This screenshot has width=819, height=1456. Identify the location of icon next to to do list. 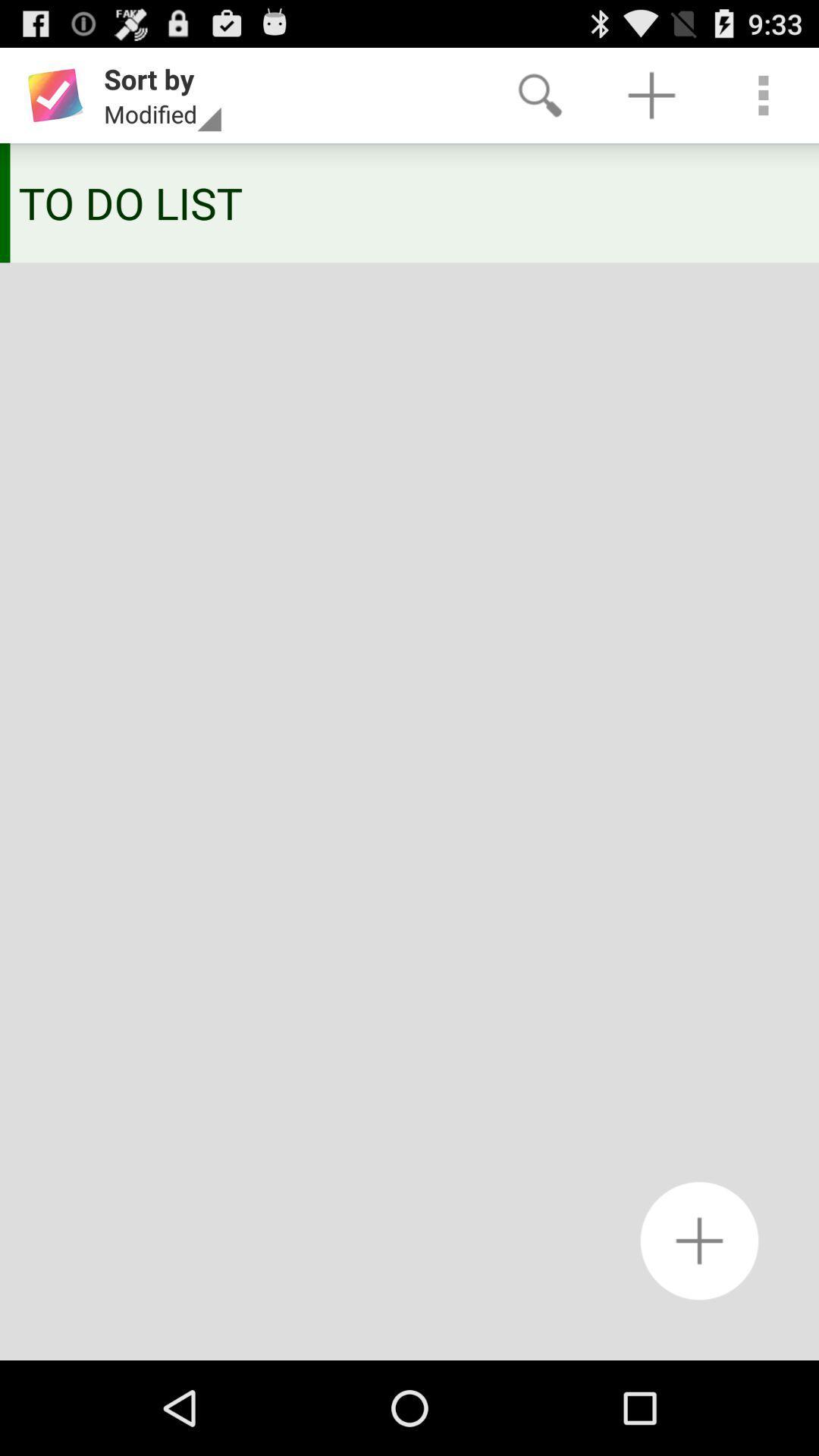
(5, 202).